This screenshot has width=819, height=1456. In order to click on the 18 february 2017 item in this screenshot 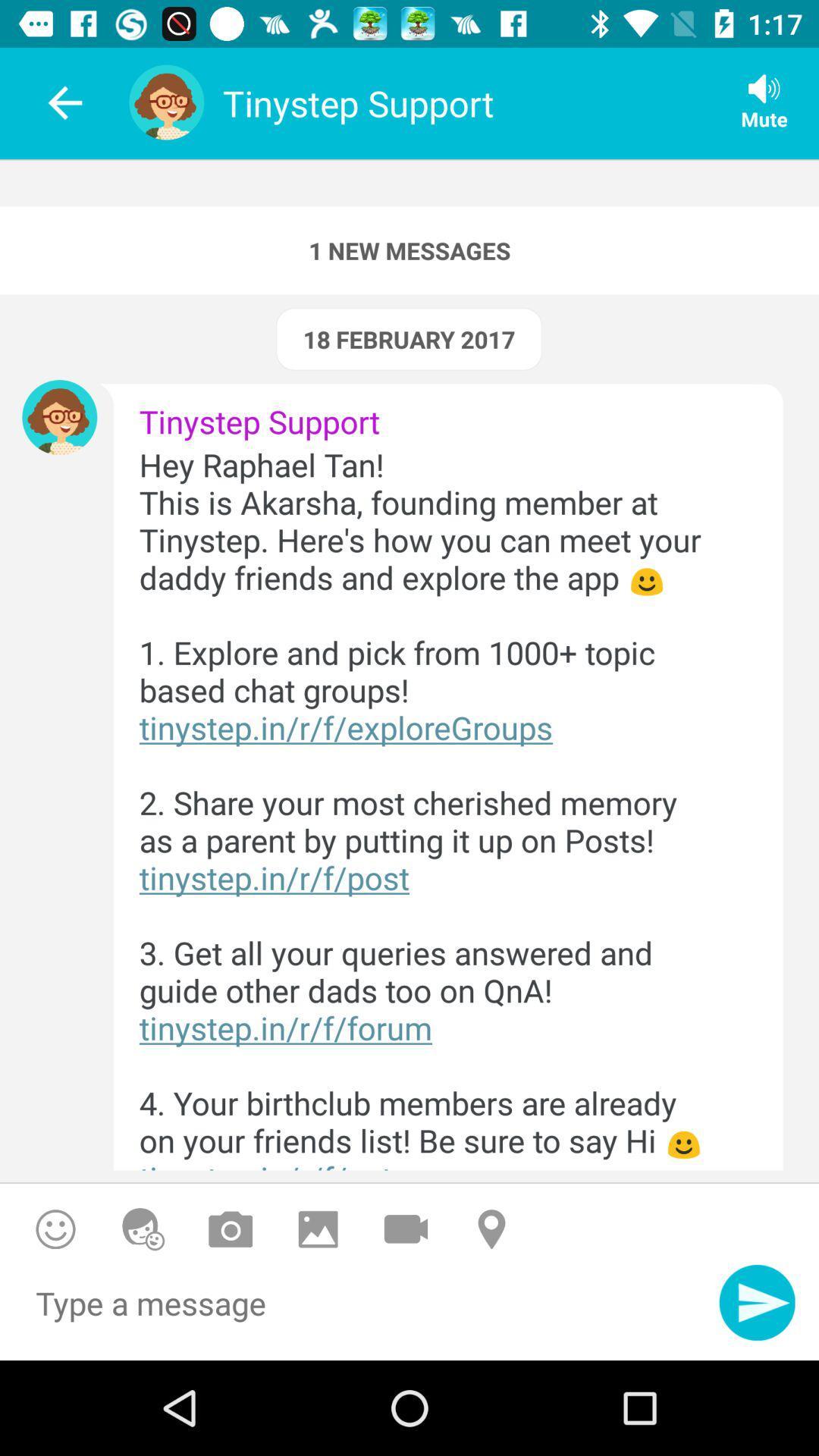, I will do `click(408, 338)`.